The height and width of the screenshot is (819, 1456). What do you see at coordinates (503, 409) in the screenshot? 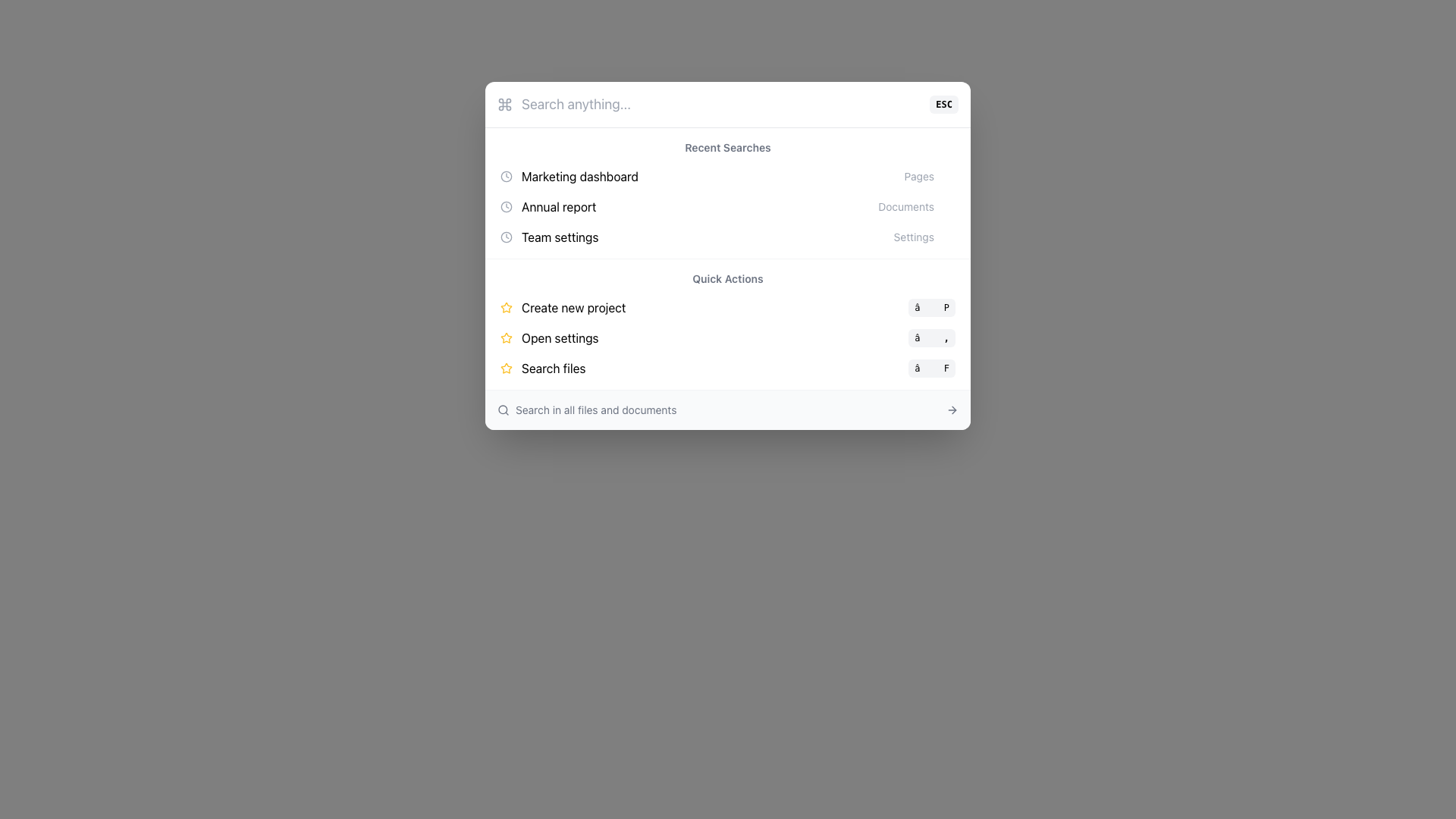
I see `the search icon located at the bottom-left corner of the interactive popup panel, adjacent to the text 'Search in all files and documents.'` at bounding box center [503, 409].